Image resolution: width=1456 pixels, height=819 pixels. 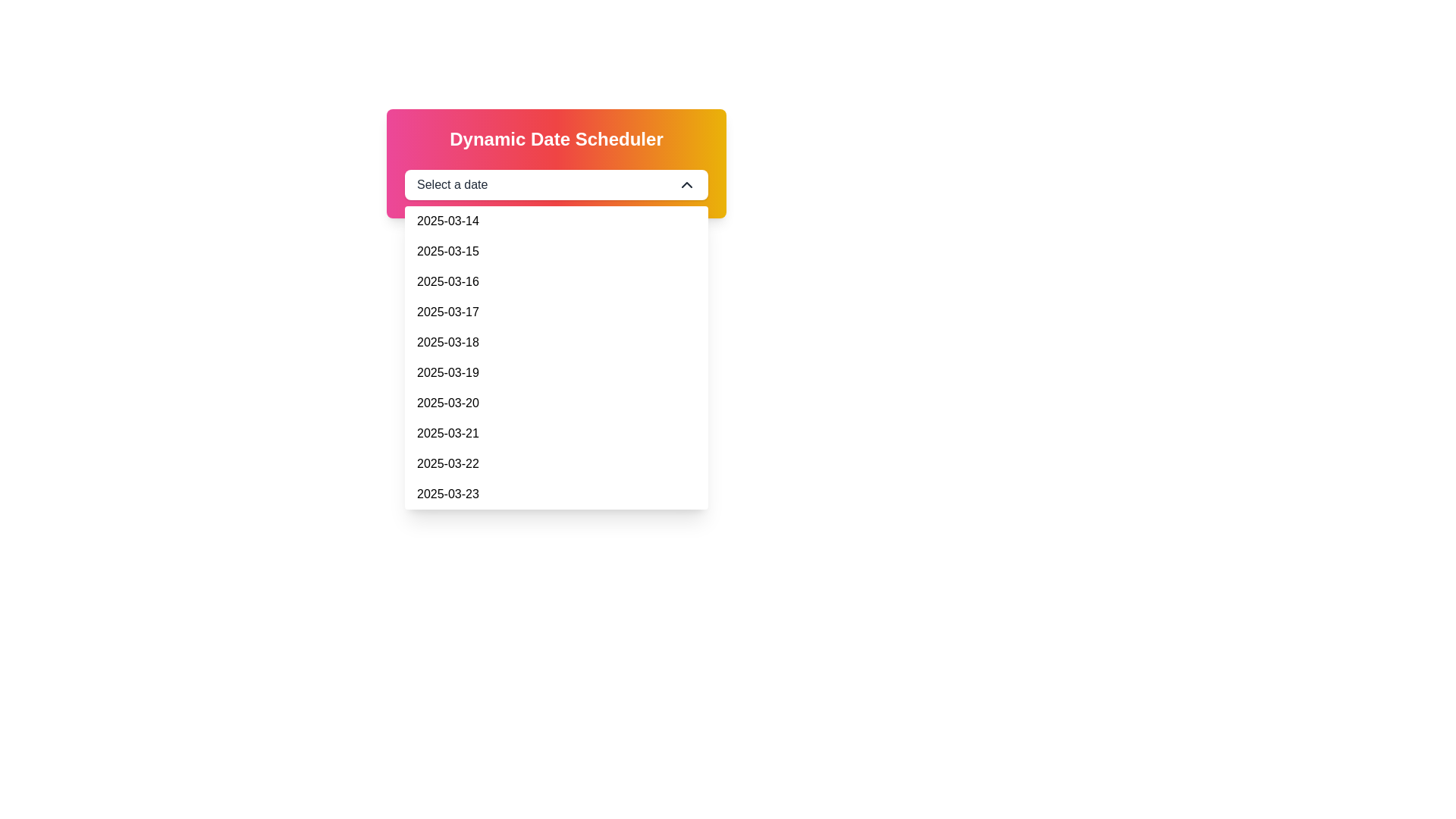 I want to click on the last item in the dropdown menu displaying a specific date, so click(x=447, y=494).